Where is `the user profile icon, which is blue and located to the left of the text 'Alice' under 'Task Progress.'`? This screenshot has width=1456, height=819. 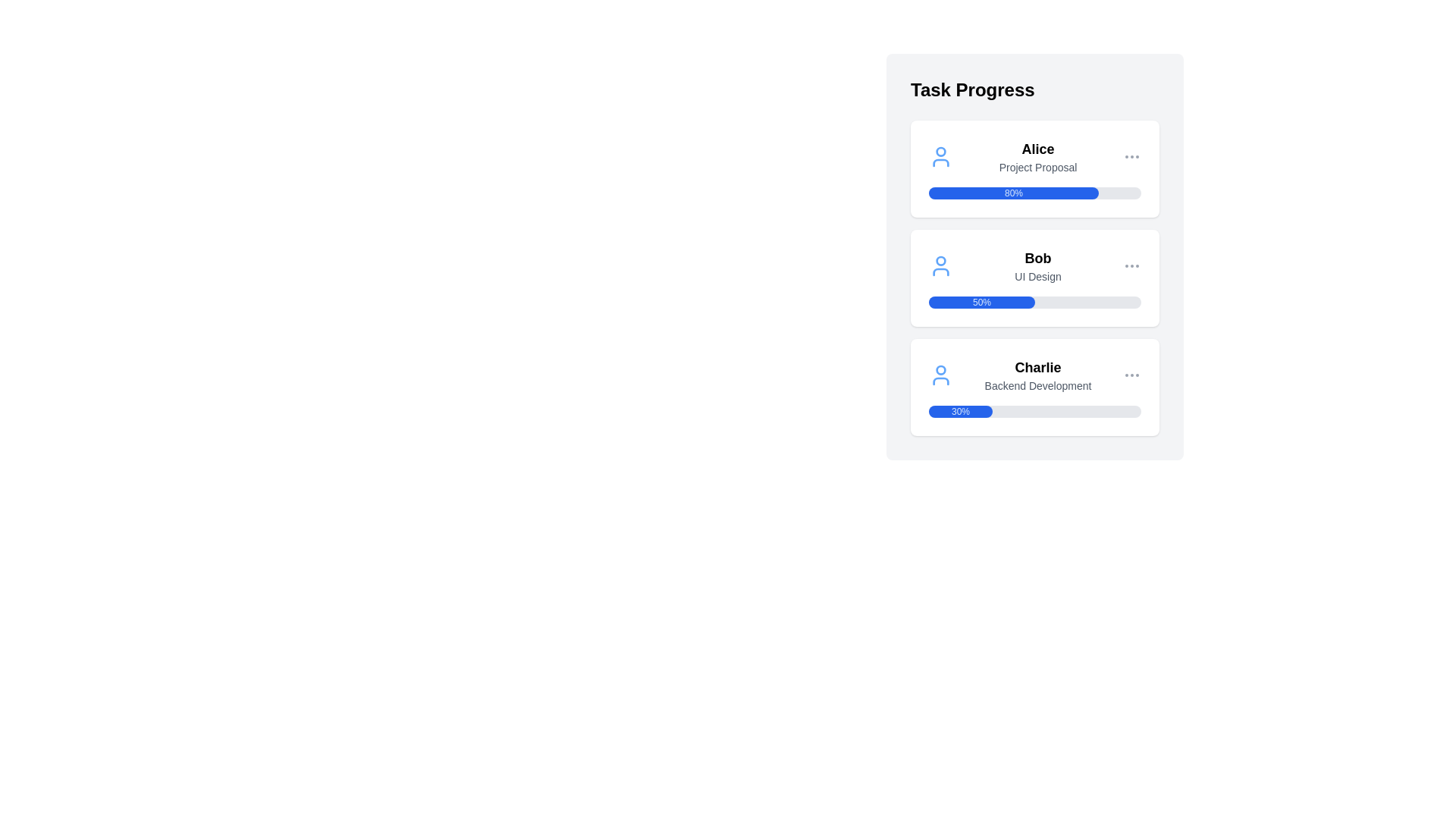 the user profile icon, which is blue and located to the left of the text 'Alice' under 'Task Progress.' is located at coordinates (940, 157).